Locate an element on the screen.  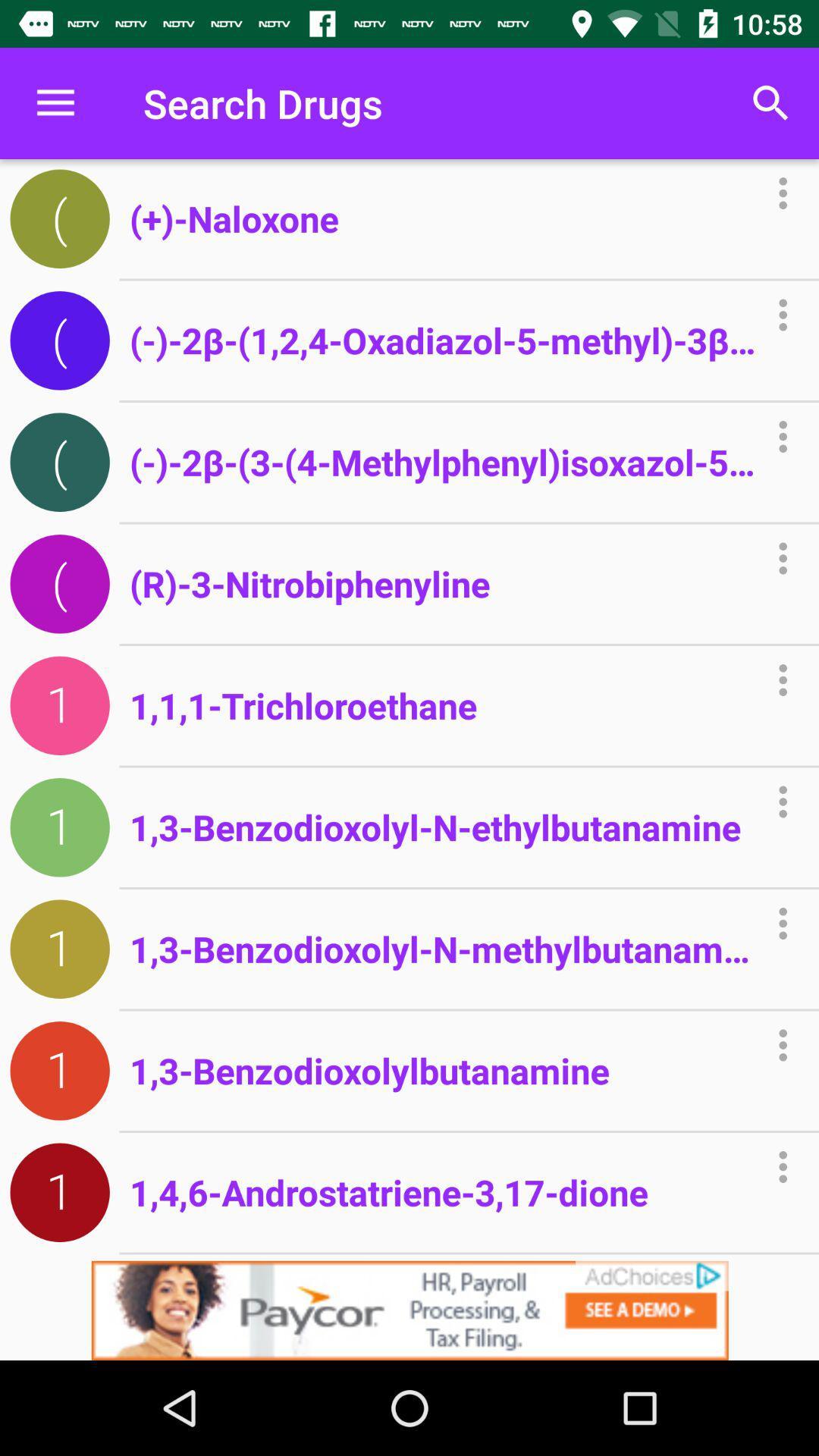
the seventh icon below the menu bar is located at coordinates (59, 949).